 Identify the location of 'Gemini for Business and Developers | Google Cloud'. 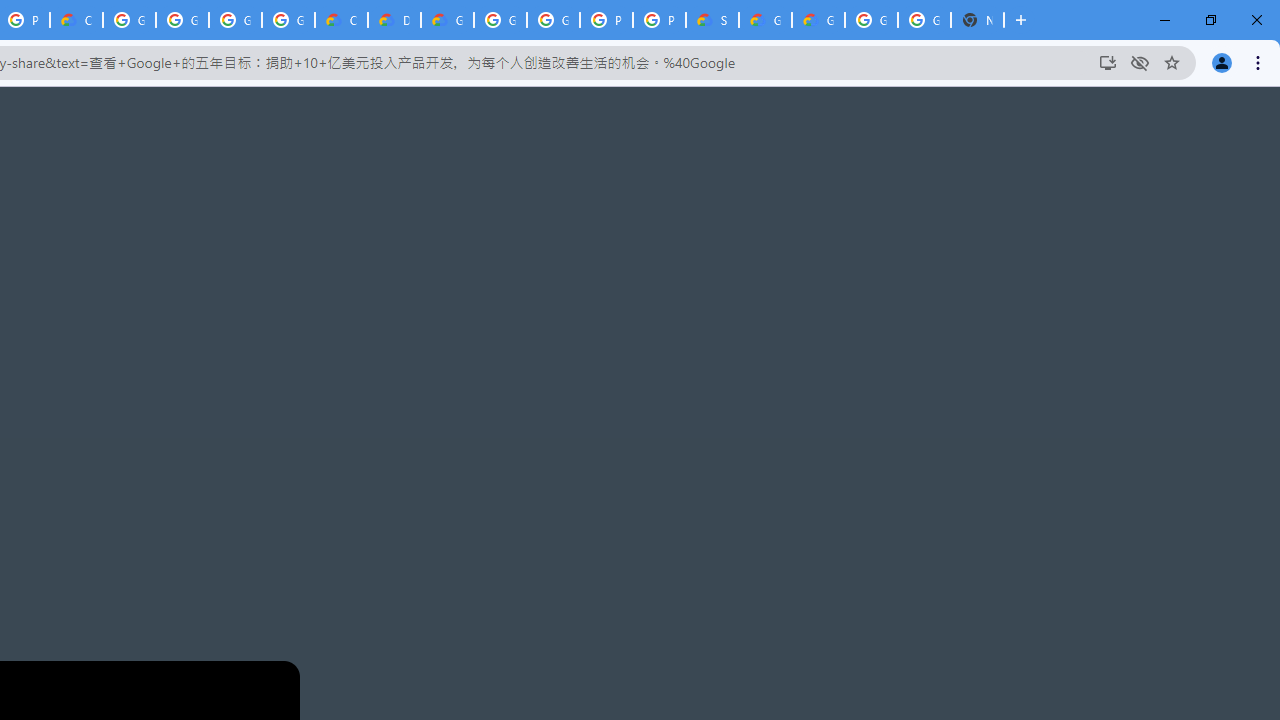
(446, 20).